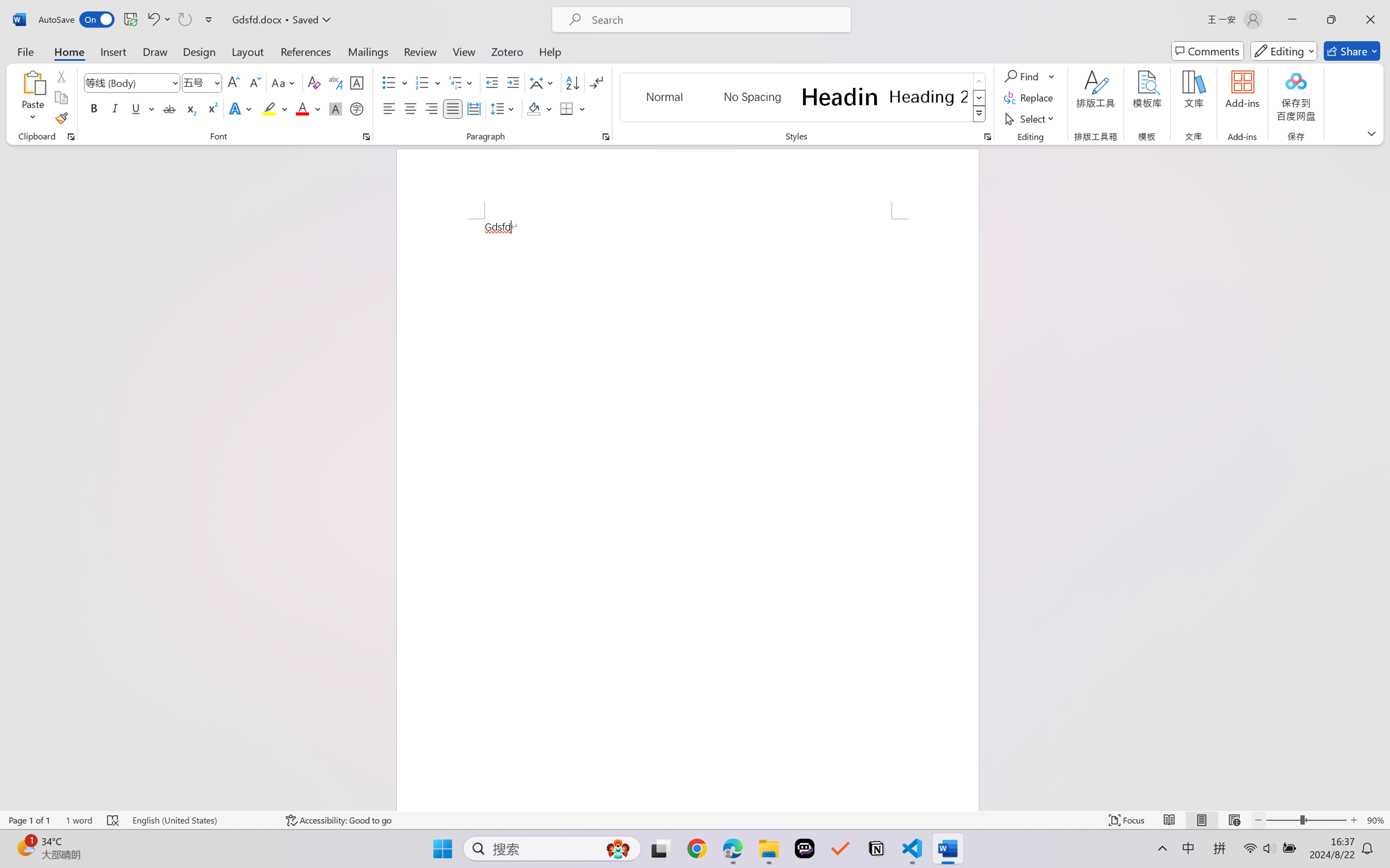  What do you see at coordinates (389, 108) in the screenshot?
I see `'Align Left'` at bounding box center [389, 108].